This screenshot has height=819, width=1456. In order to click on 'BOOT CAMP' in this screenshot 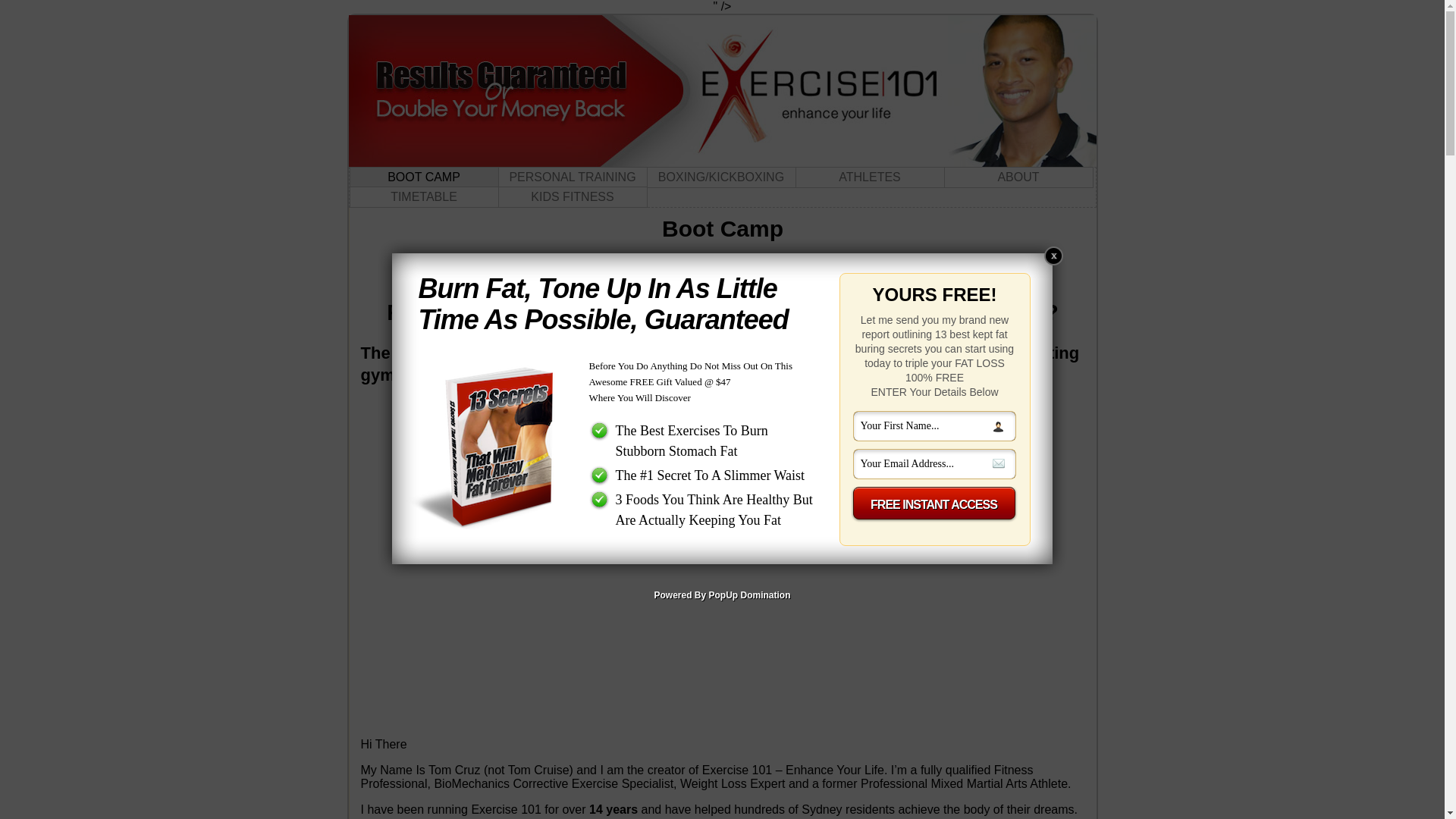, I will do `click(423, 177)`.